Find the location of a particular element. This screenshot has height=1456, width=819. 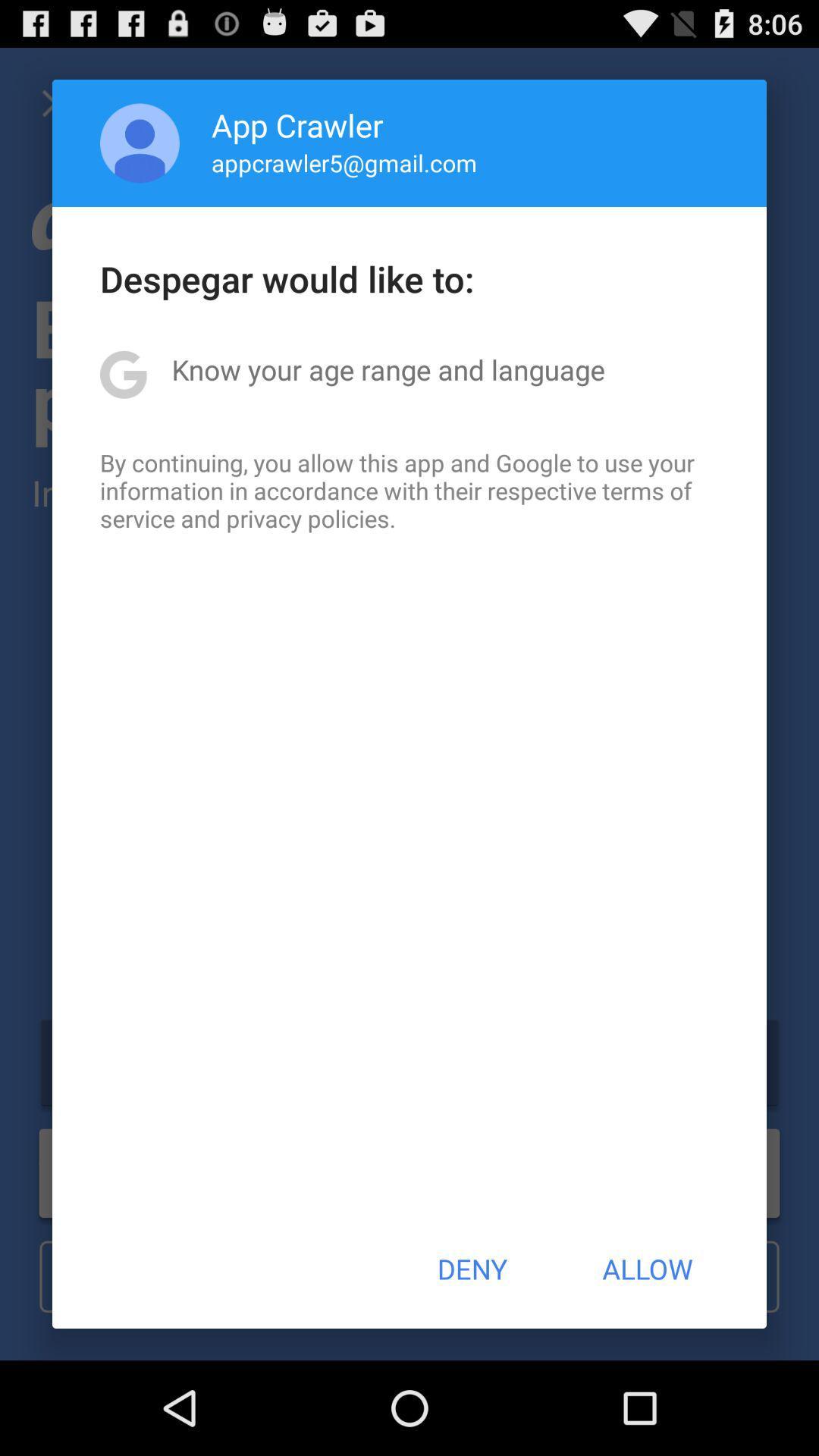

the app above appcrawler5@gmail.com app is located at coordinates (297, 124).